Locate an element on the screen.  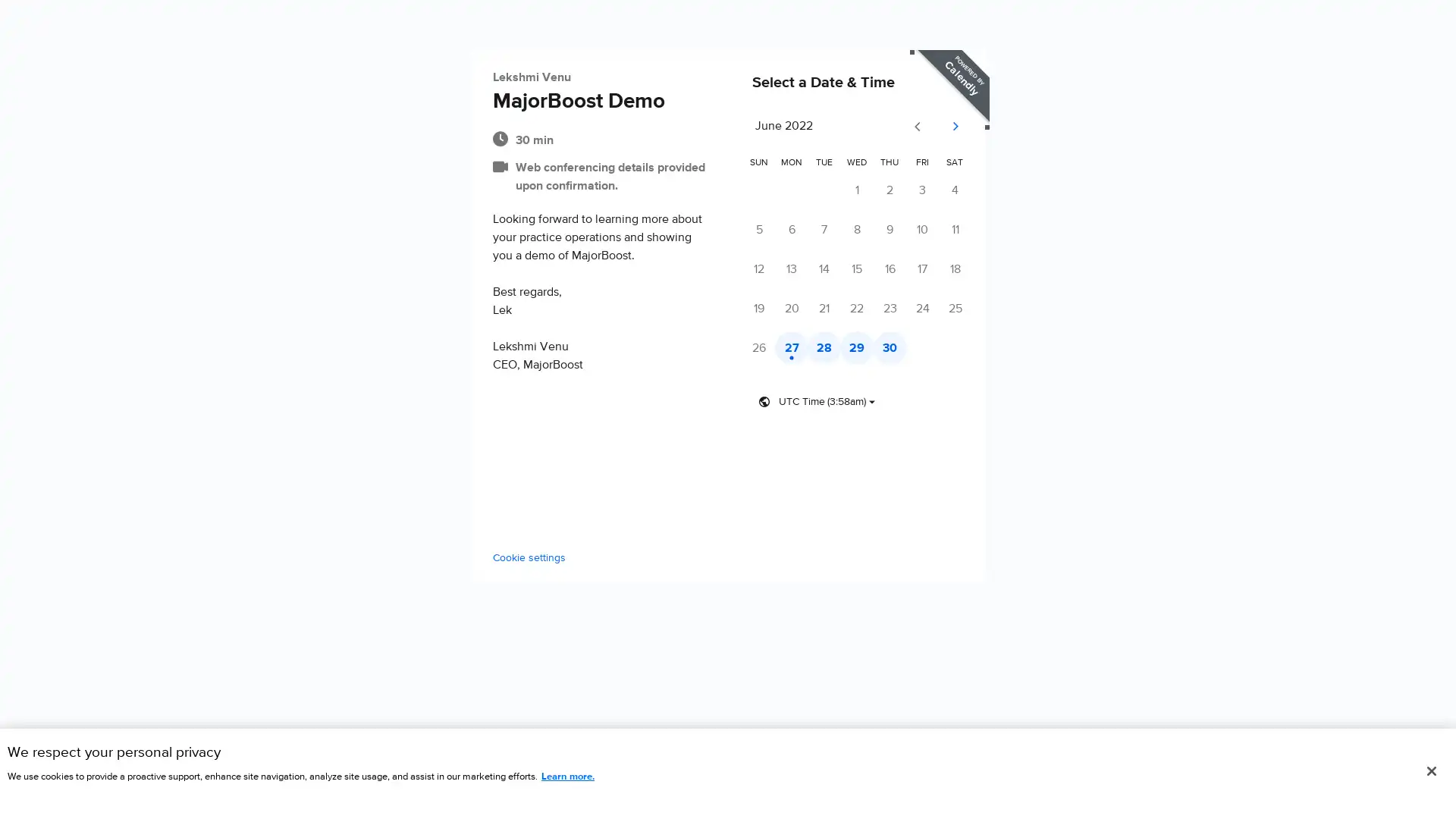
Tuesday, June 28 - Times available is located at coordinates (839, 348).